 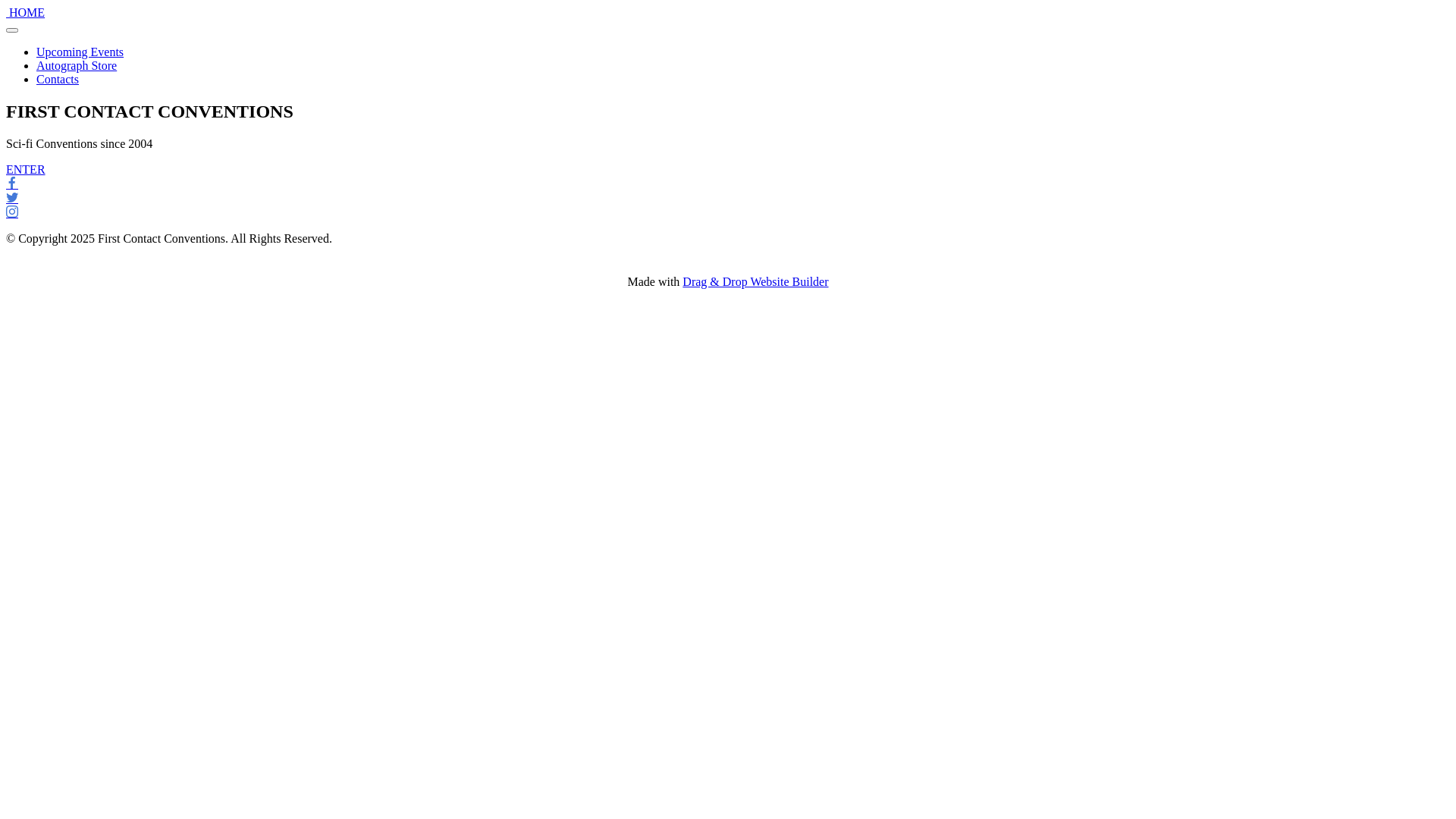 I want to click on 'Contacts', so click(x=58, y=79).